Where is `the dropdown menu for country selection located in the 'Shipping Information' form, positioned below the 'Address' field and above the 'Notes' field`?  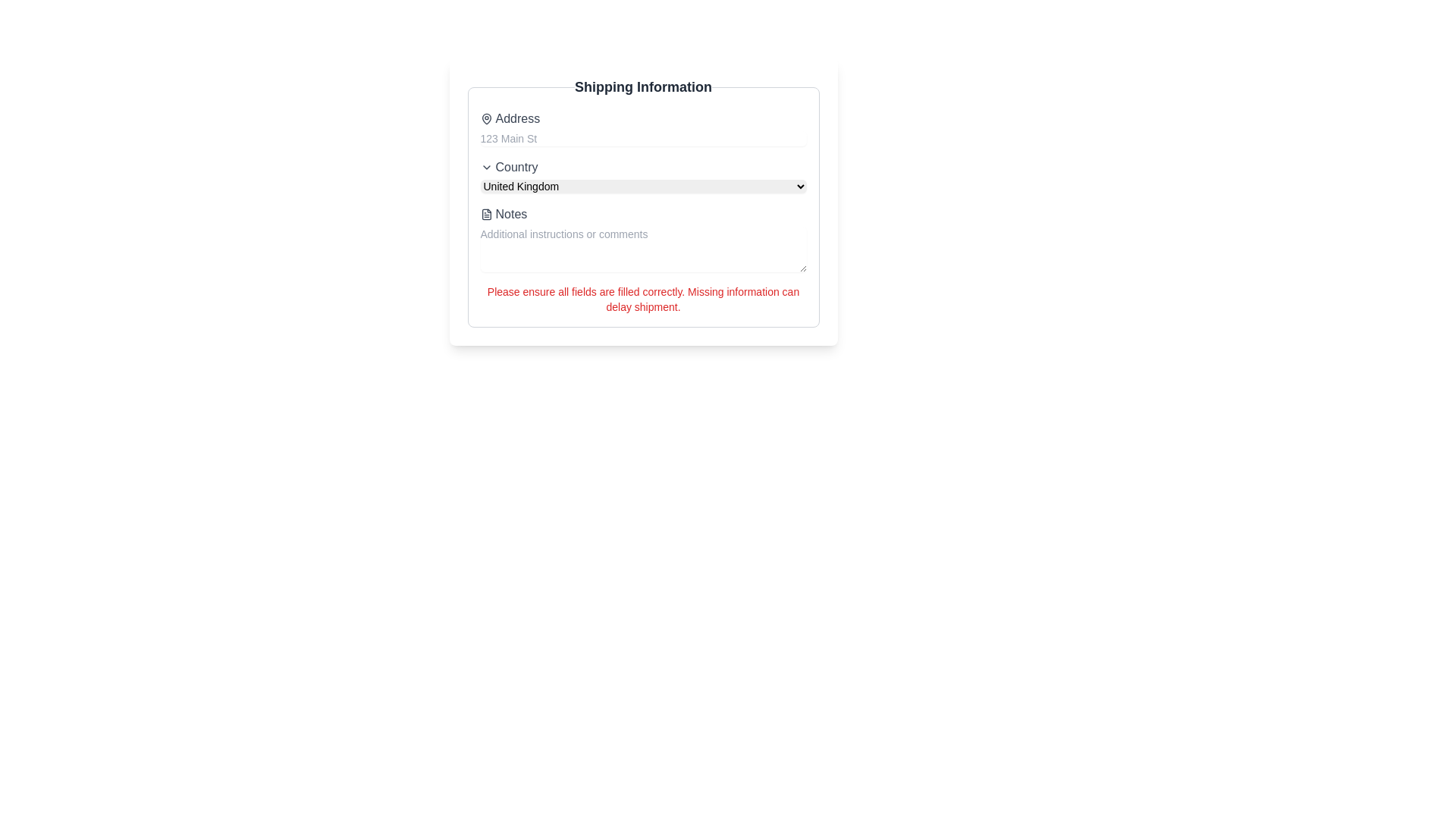
the dropdown menu for country selection located in the 'Shipping Information' form, positioned below the 'Address' field and above the 'Notes' field is located at coordinates (643, 174).